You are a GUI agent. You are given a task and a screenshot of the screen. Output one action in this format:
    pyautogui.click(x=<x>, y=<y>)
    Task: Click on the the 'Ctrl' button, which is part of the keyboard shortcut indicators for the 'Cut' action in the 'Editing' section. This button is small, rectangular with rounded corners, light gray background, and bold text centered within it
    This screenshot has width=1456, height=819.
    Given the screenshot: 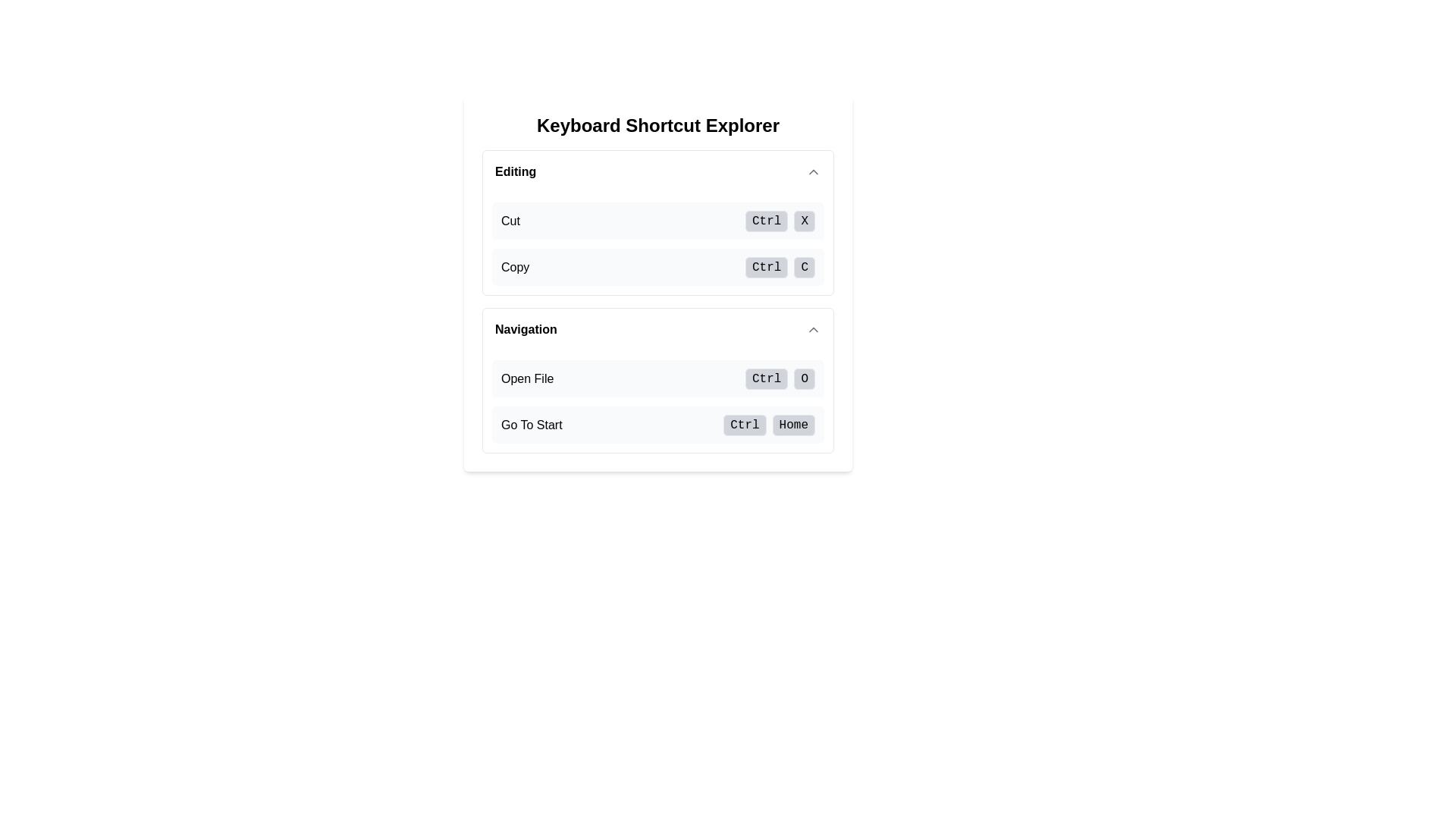 What is the action you would take?
    pyautogui.click(x=767, y=221)
    